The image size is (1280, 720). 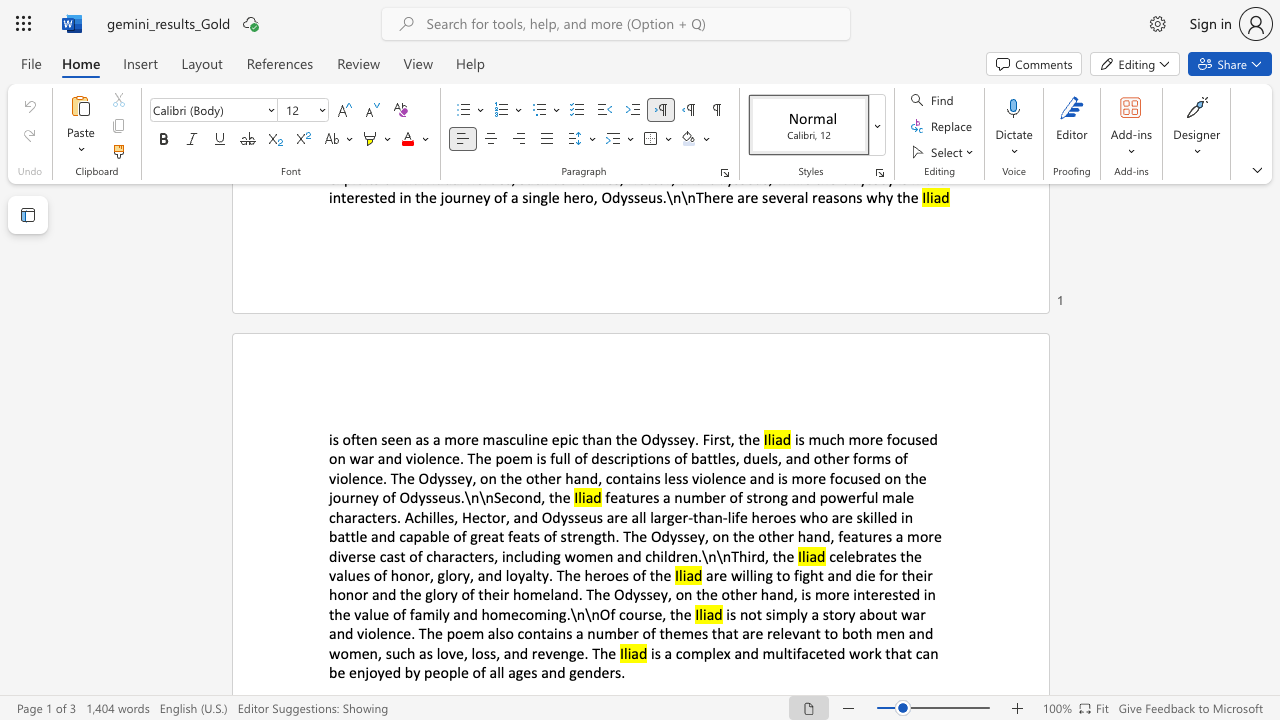 I want to click on the subset text "oyalty." within the text "celebrates the values of honor, glory, and loyalty. The heroes of the", so click(x=509, y=575).